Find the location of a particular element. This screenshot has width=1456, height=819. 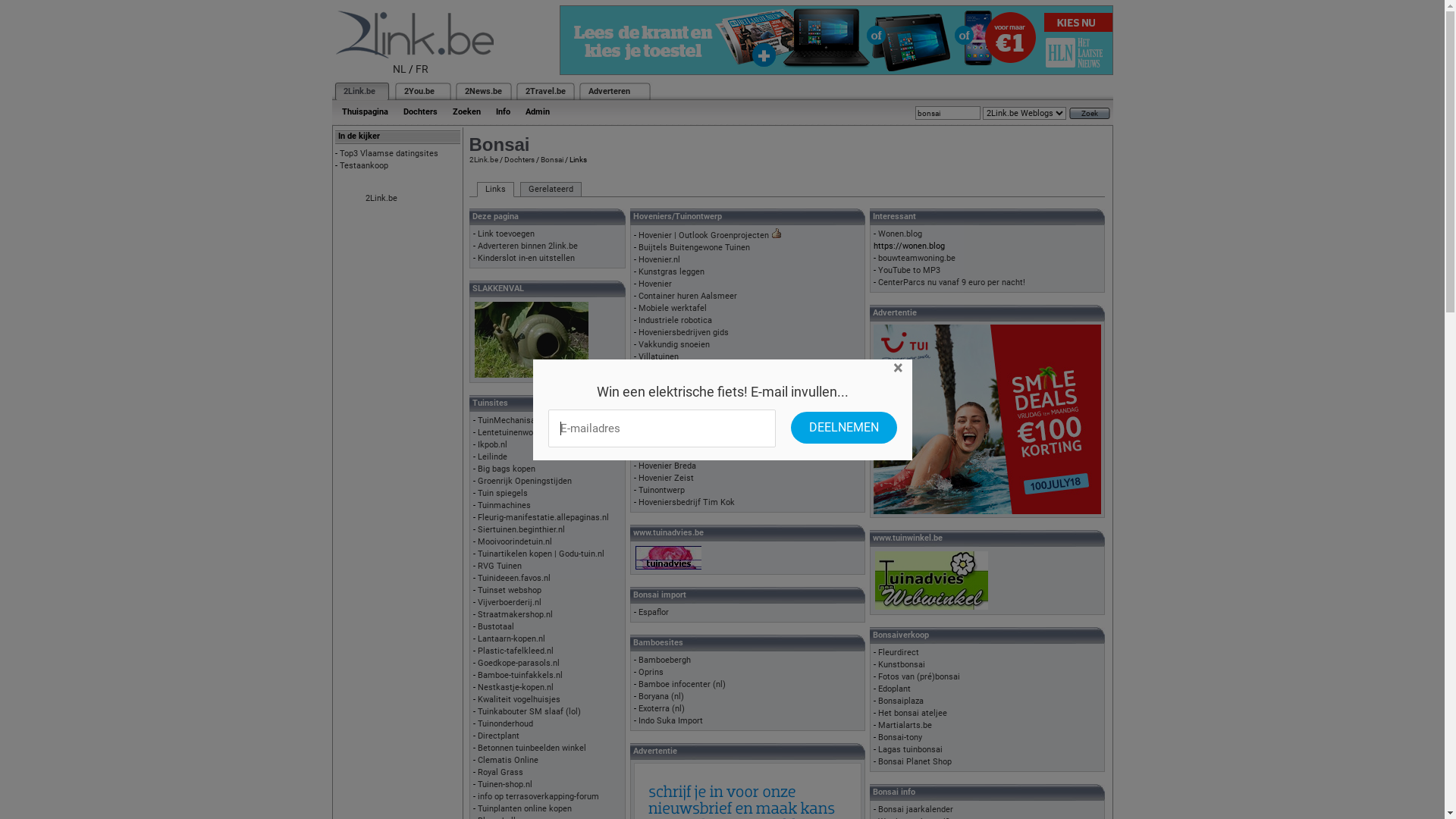

'Tuinartikelen kopen | Godu-tuin.nl' is located at coordinates (541, 554).